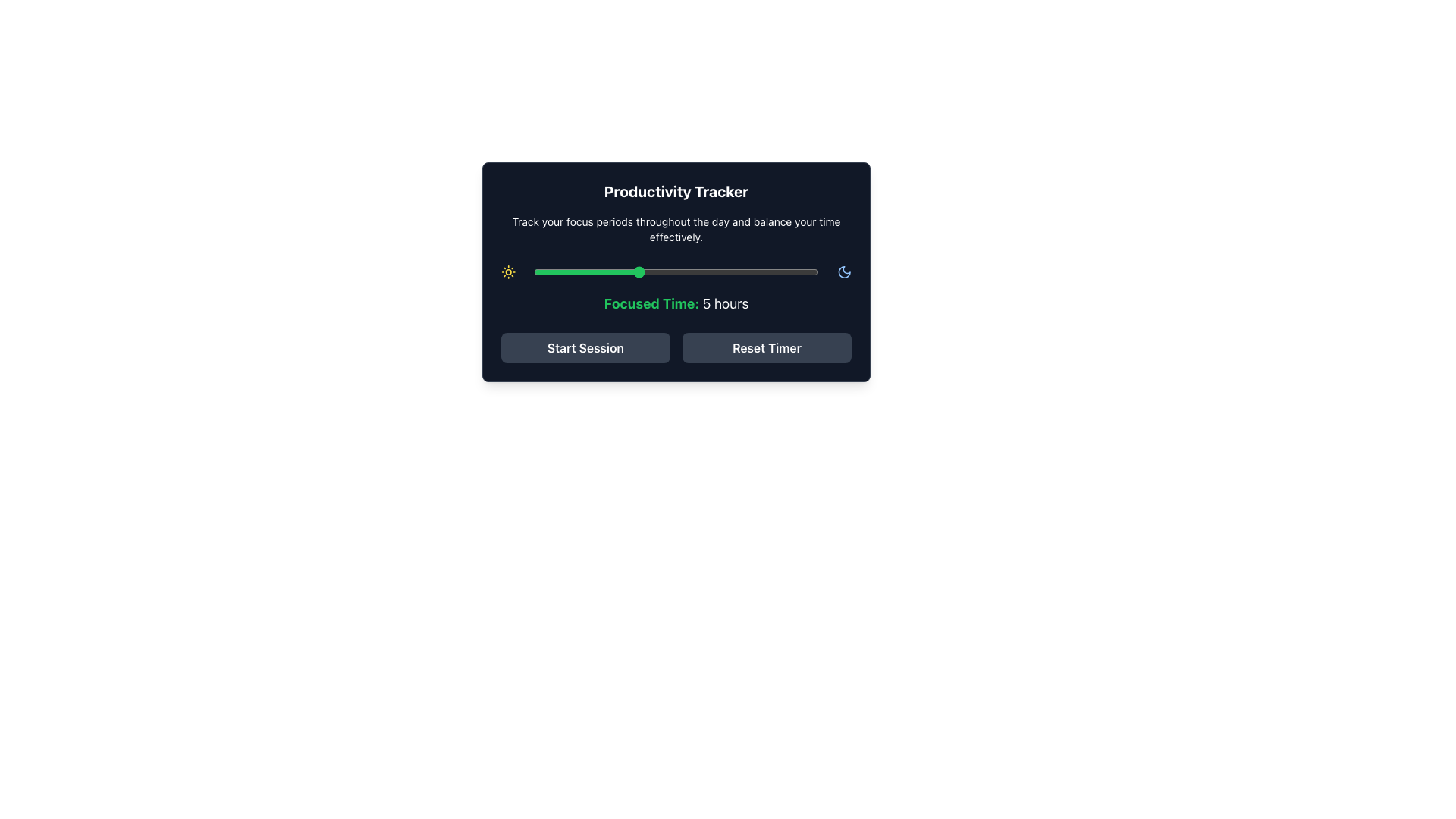 The image size is (1456, 819). Describe the element at coordinates (585, 348) in the screenshot. I see `the 'Start Session' button, which is a rectangular button with rounded corners, dark gray background, and white bold text, to initiate the session` at that location.